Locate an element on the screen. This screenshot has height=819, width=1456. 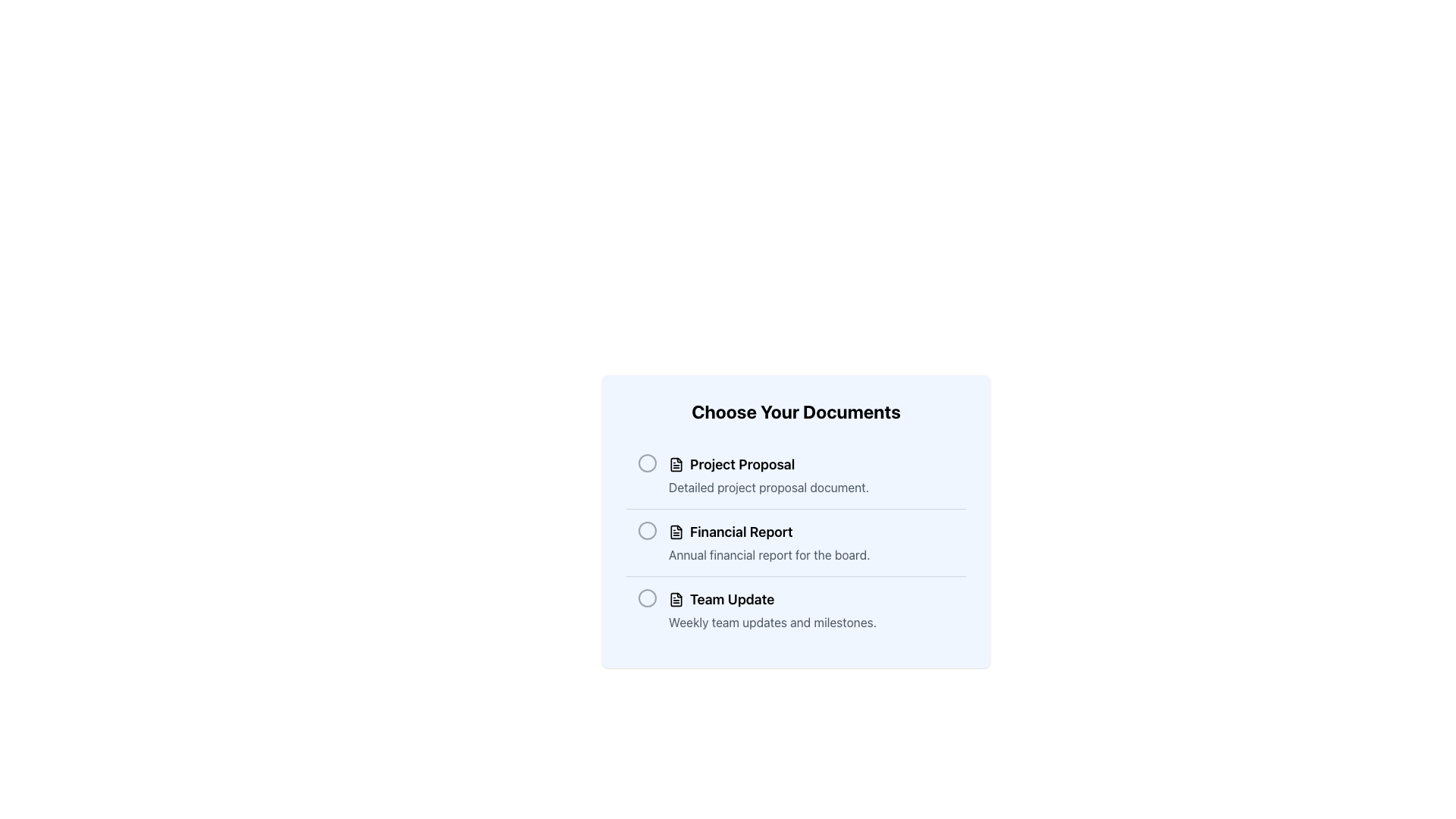
the selectable list item labeled 'Project Proposal' with the radio button is located at coordinates (795, 475).